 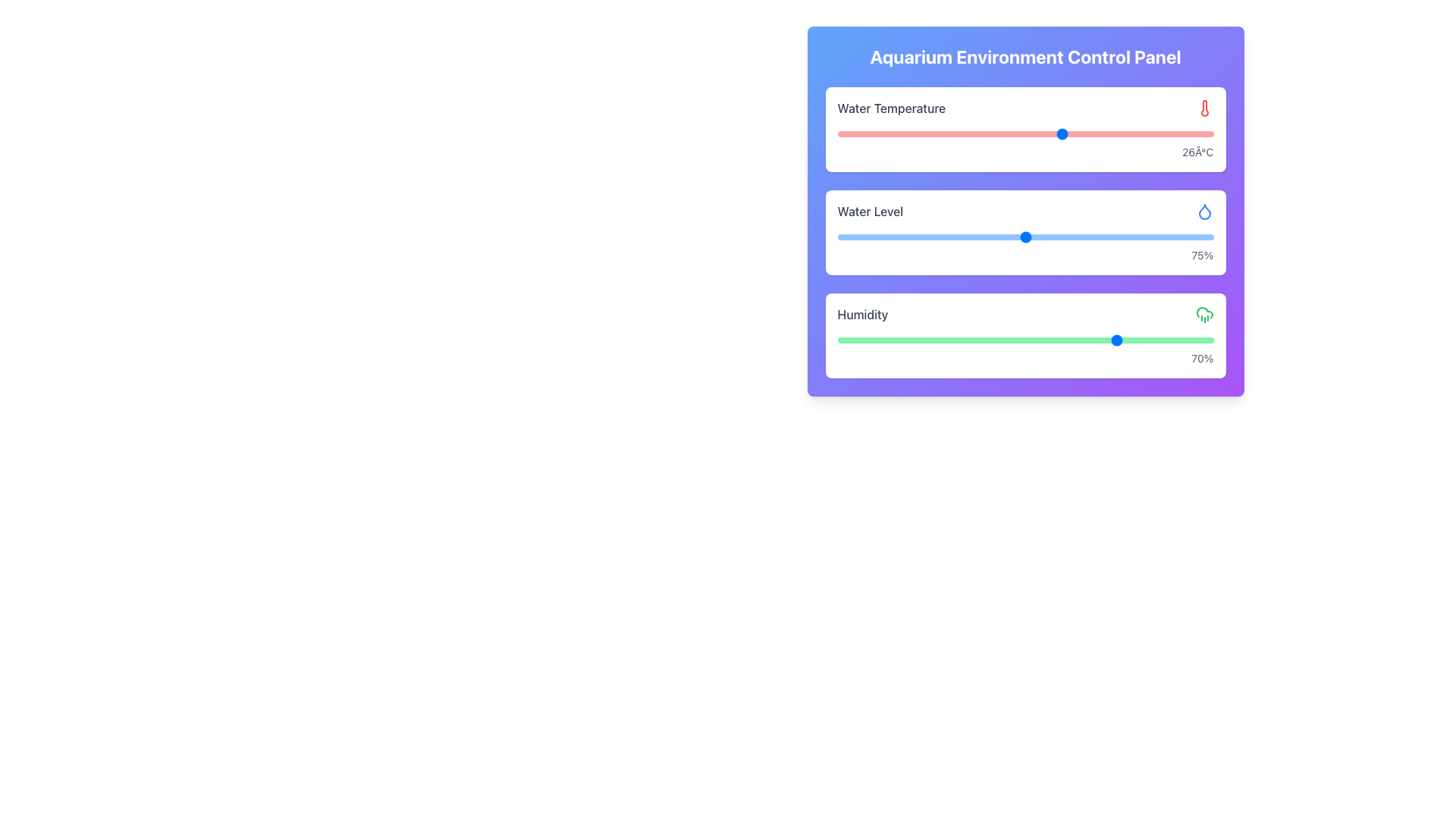 I want to click on the humidity icon located in the rightmost position of the 'Humidity' section in the 'Aquarium Environment Control Panel' interface, so click(x=1203, y=314).